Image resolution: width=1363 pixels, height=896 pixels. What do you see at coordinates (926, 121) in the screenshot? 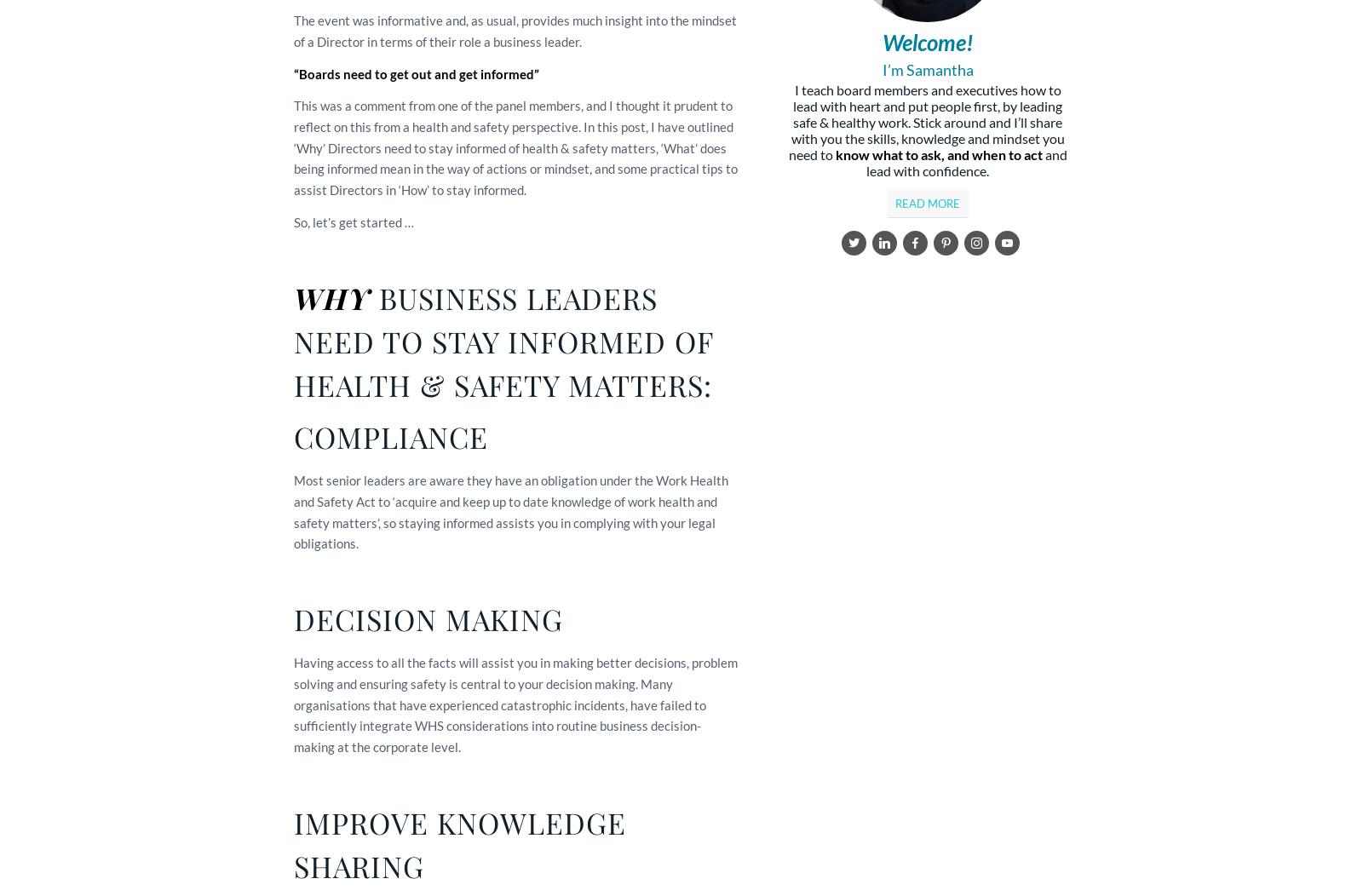
I see `'I teach board members and executives how to lead with heart and put people first, by leading safe & healthy work. Stick around and I’ll share with you the skills, knowledge and mindset you need to'` at bounding box center [926, 121].